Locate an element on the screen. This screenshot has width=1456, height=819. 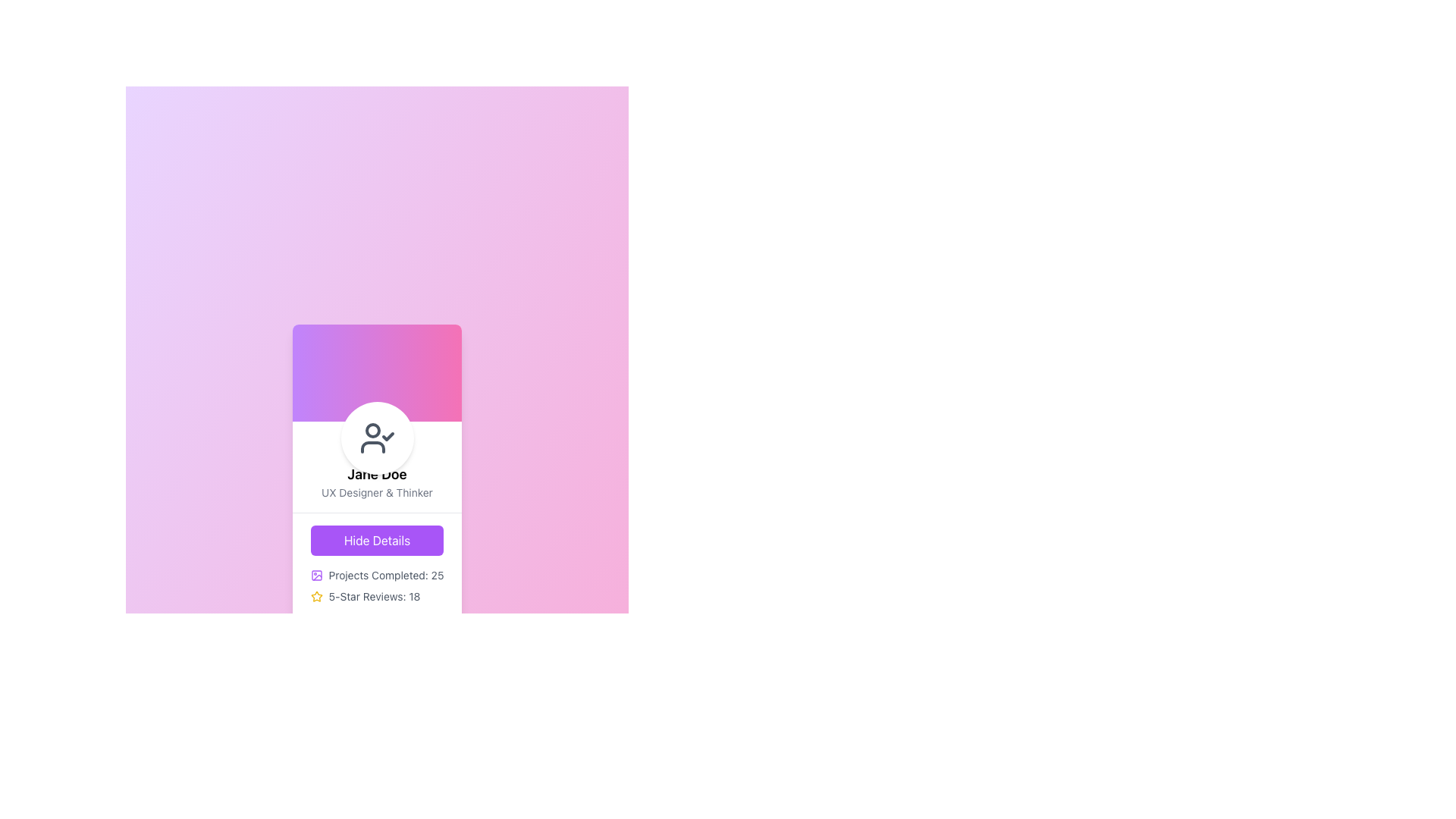
the Text Label displaying 'Projects Completed: 25', which is styled in dark gray and positioned below the 'Hide Details' button is located at coordinates (386, 575).